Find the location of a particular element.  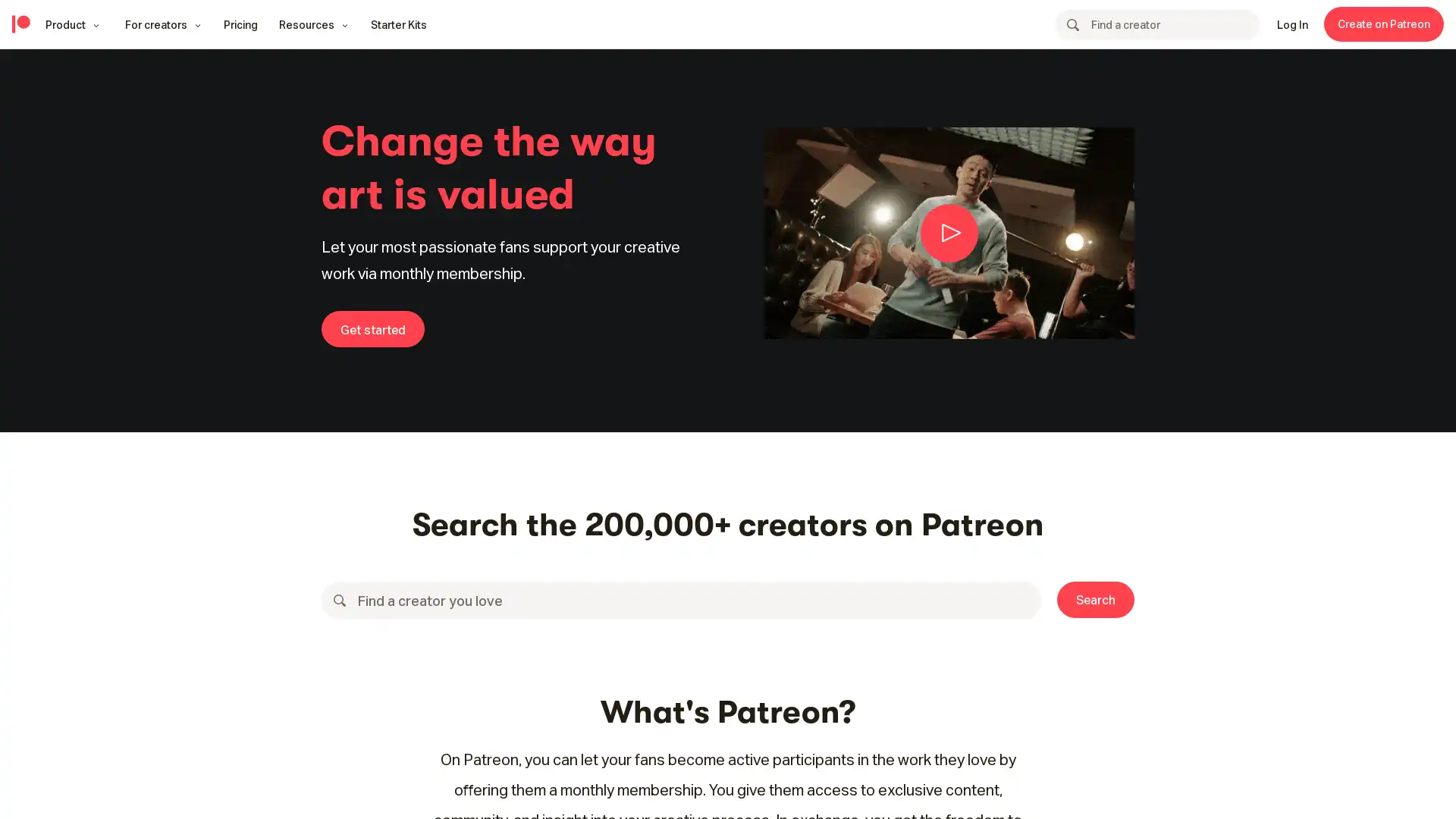

Accept is located at coordinates (140, 738).